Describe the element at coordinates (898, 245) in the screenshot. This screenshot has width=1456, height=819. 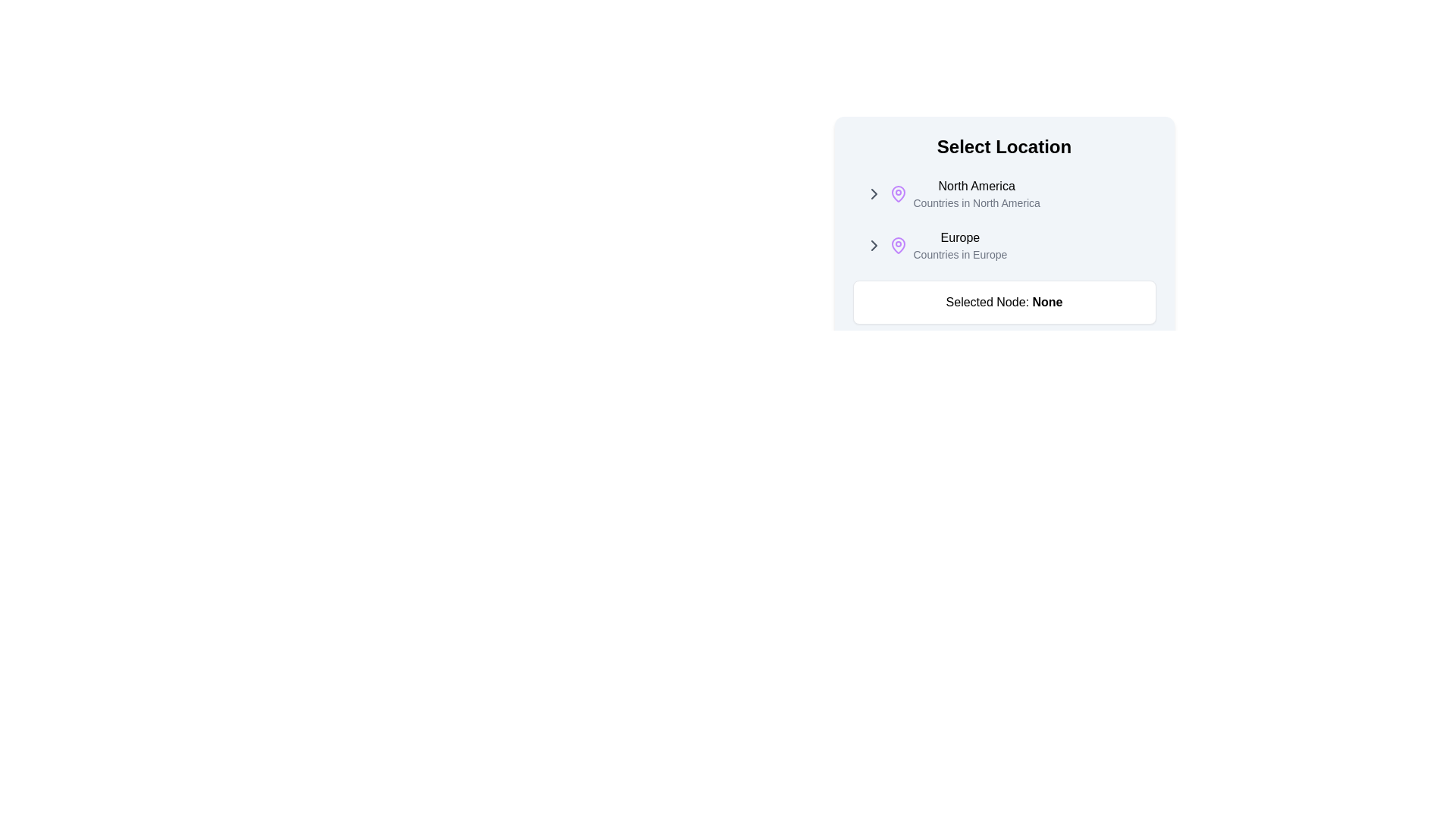
I see `the geographical location icon positioned to the left of the 'Europe' entry under the 'Select Location' header` at that location.